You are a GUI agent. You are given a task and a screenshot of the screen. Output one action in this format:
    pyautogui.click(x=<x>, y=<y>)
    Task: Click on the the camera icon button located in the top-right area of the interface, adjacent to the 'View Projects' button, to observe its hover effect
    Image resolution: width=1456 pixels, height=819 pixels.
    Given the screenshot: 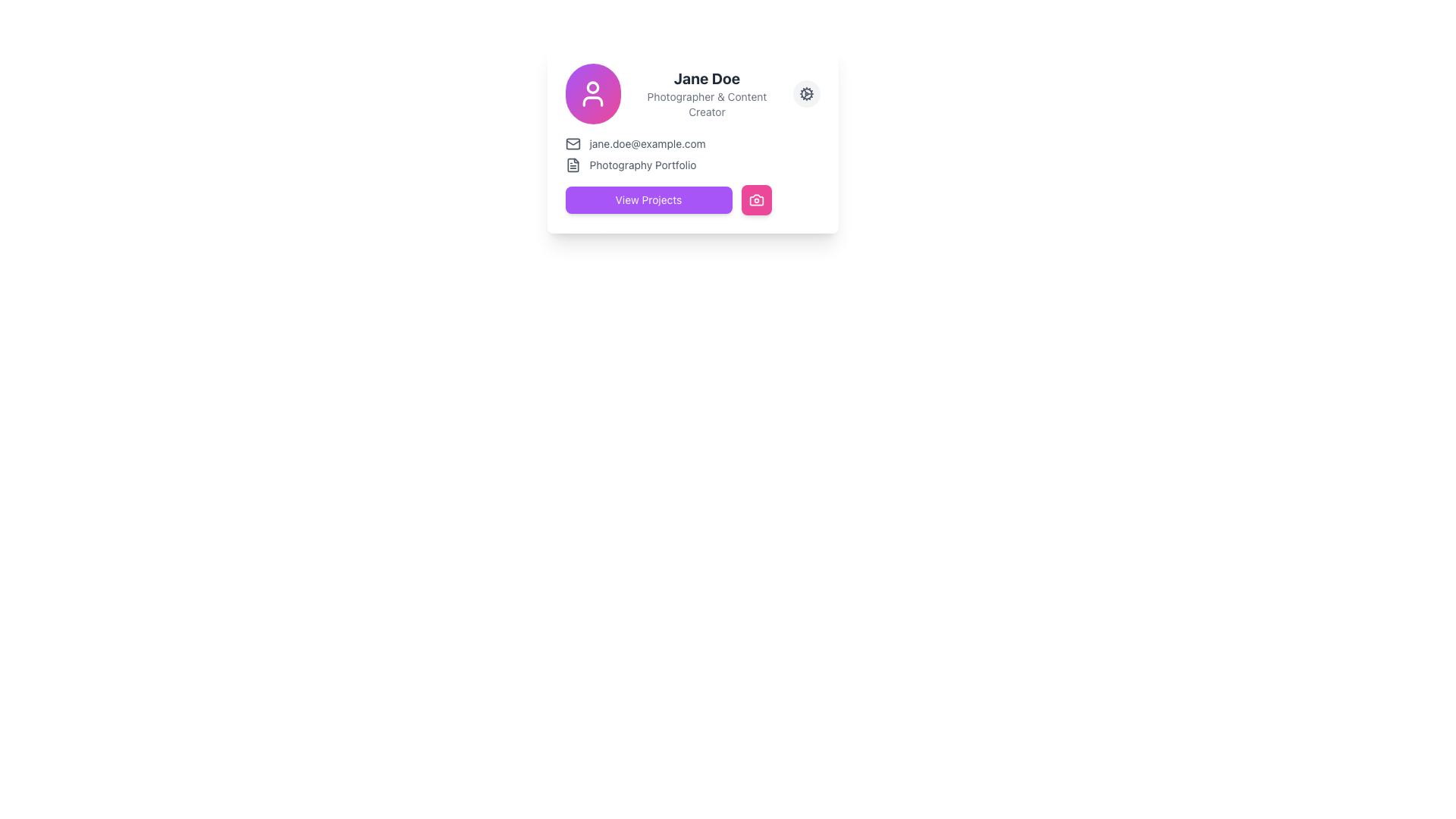 What is the action you would take?
    pyautogui.click(x=756, y=199)
    